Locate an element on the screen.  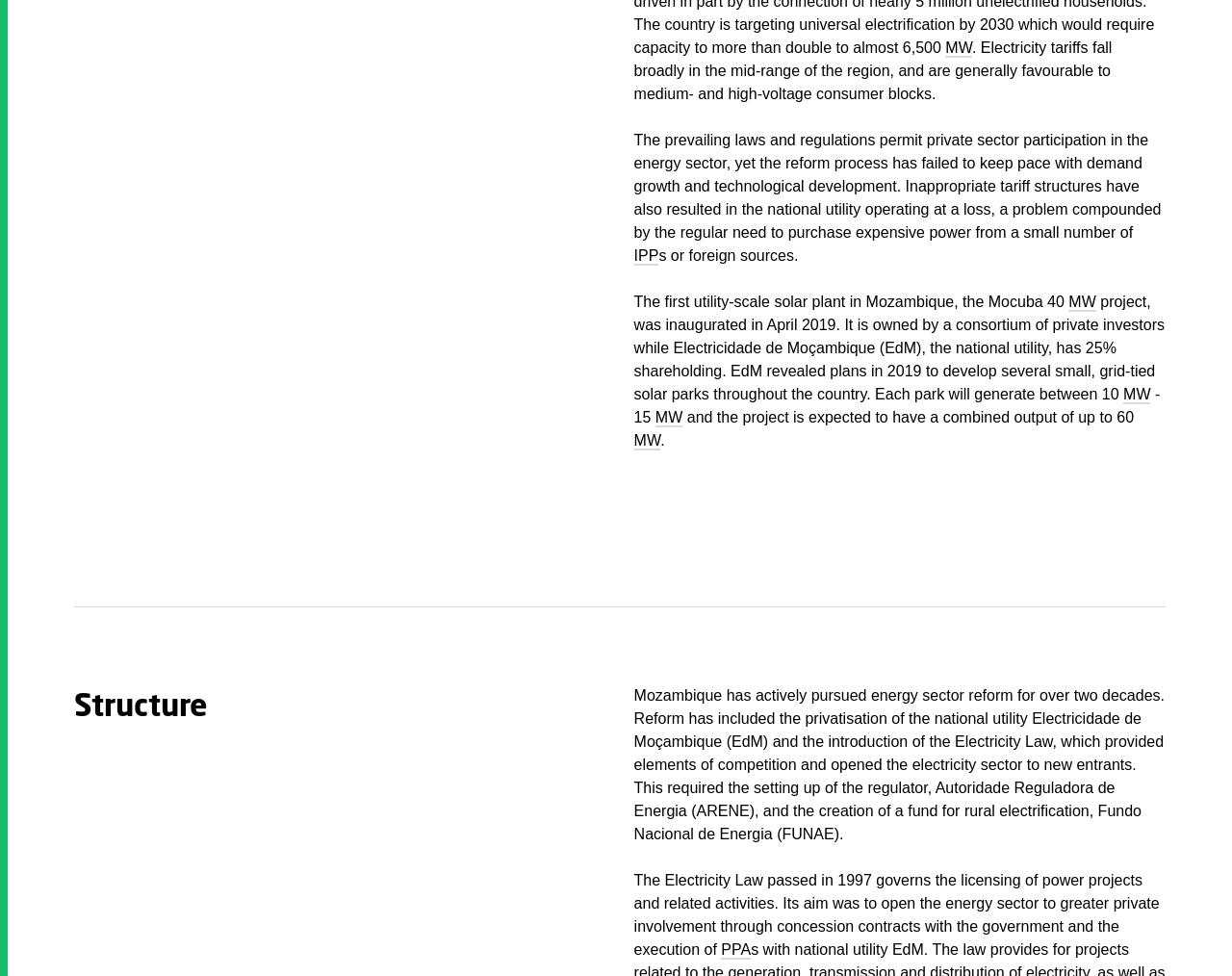
'. Electricity tariffs fall broadly in the mid-range of the region, and are generally favourable to medium- and high-voltage consumer blocks.' is located at coordinates (871, 69).